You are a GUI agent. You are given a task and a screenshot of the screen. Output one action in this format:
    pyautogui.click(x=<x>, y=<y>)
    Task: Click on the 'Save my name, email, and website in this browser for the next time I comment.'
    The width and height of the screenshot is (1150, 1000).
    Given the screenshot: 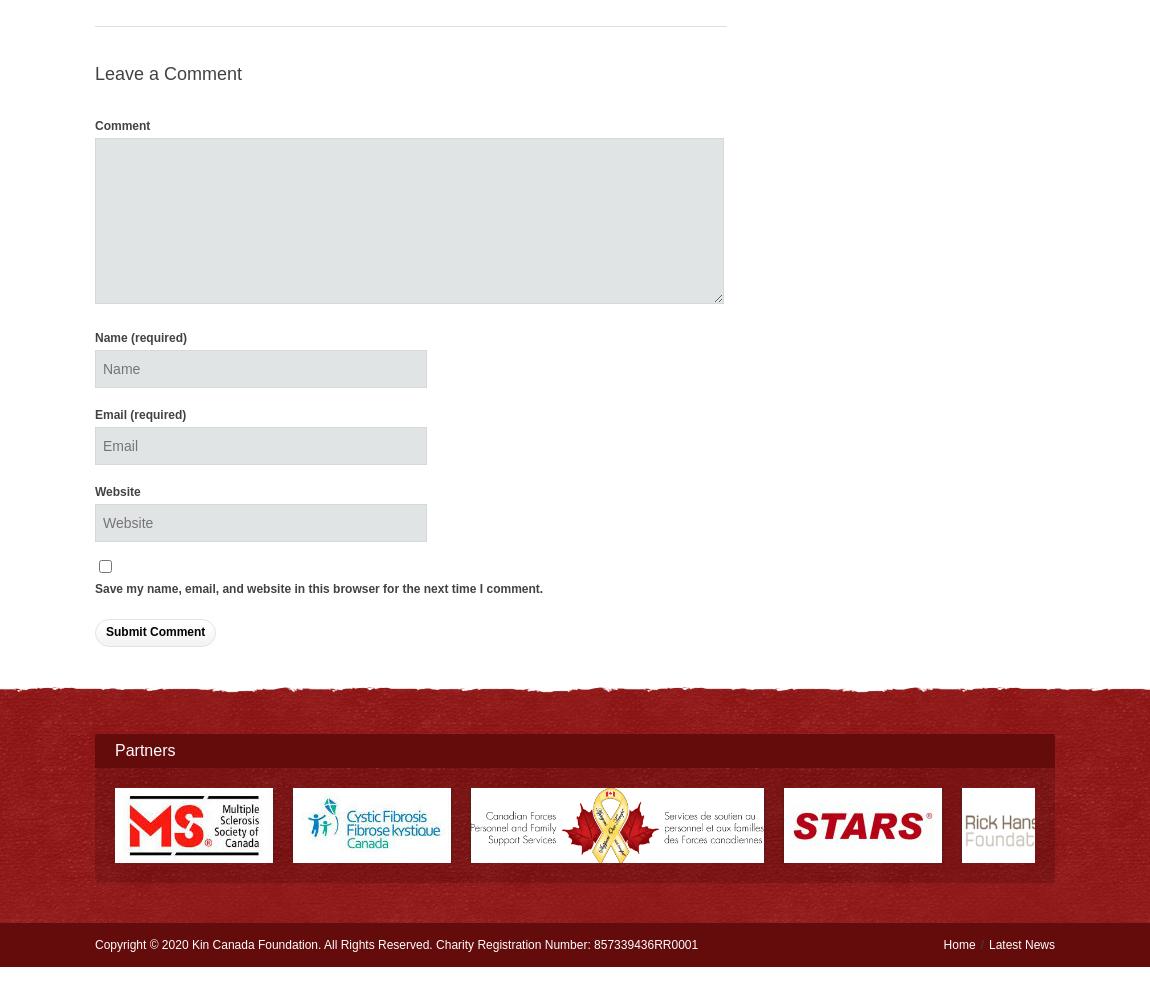 What is the action you would take?
    pyautogui.click(x=319, y=588)
    